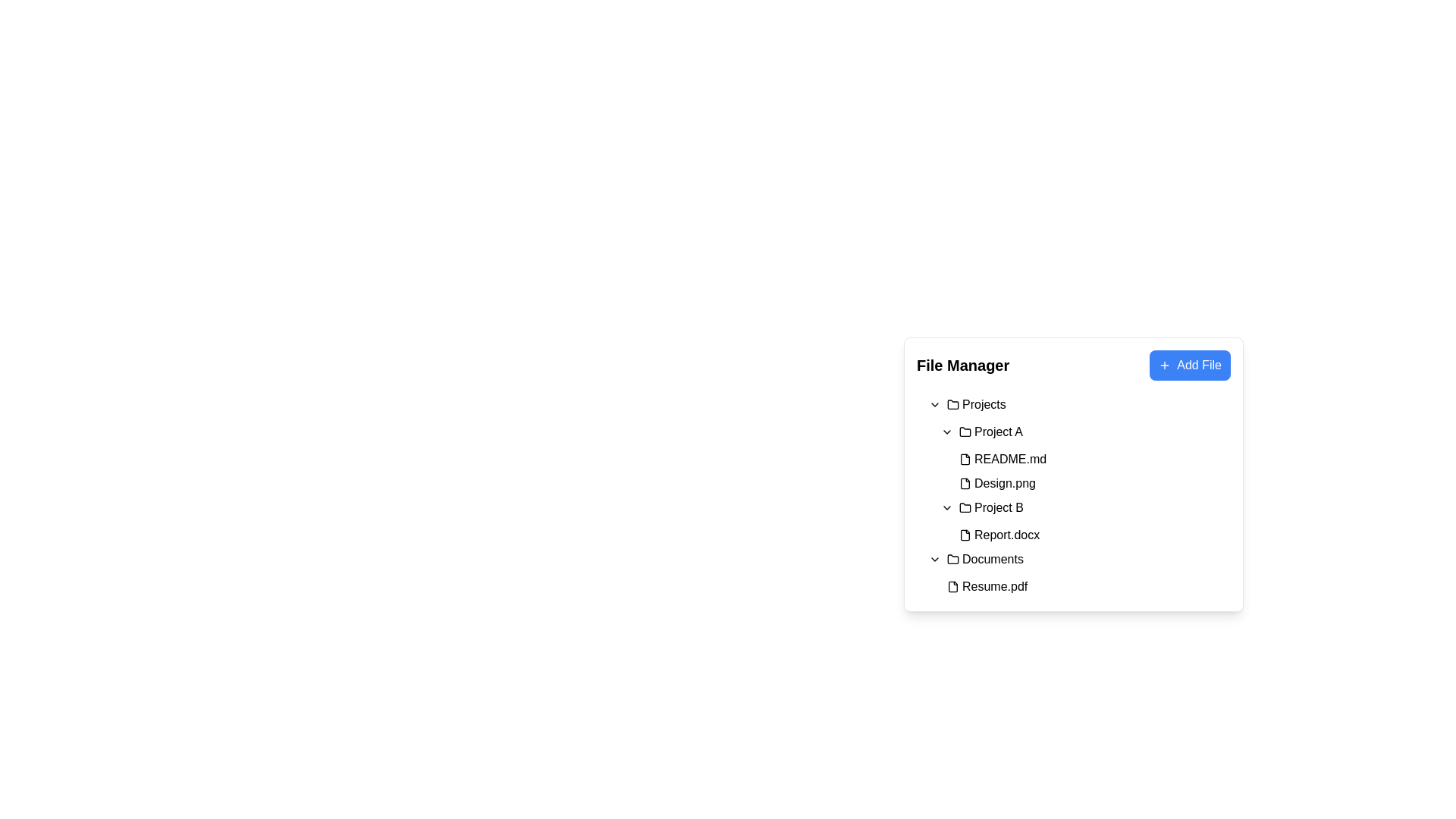 The width and height of the screenshot is (1456, 819). What do you see at coordinates (987, 586) in the screenshot?
I see `the 'Resume.pdf' file item` at bounding box center [987, 586].